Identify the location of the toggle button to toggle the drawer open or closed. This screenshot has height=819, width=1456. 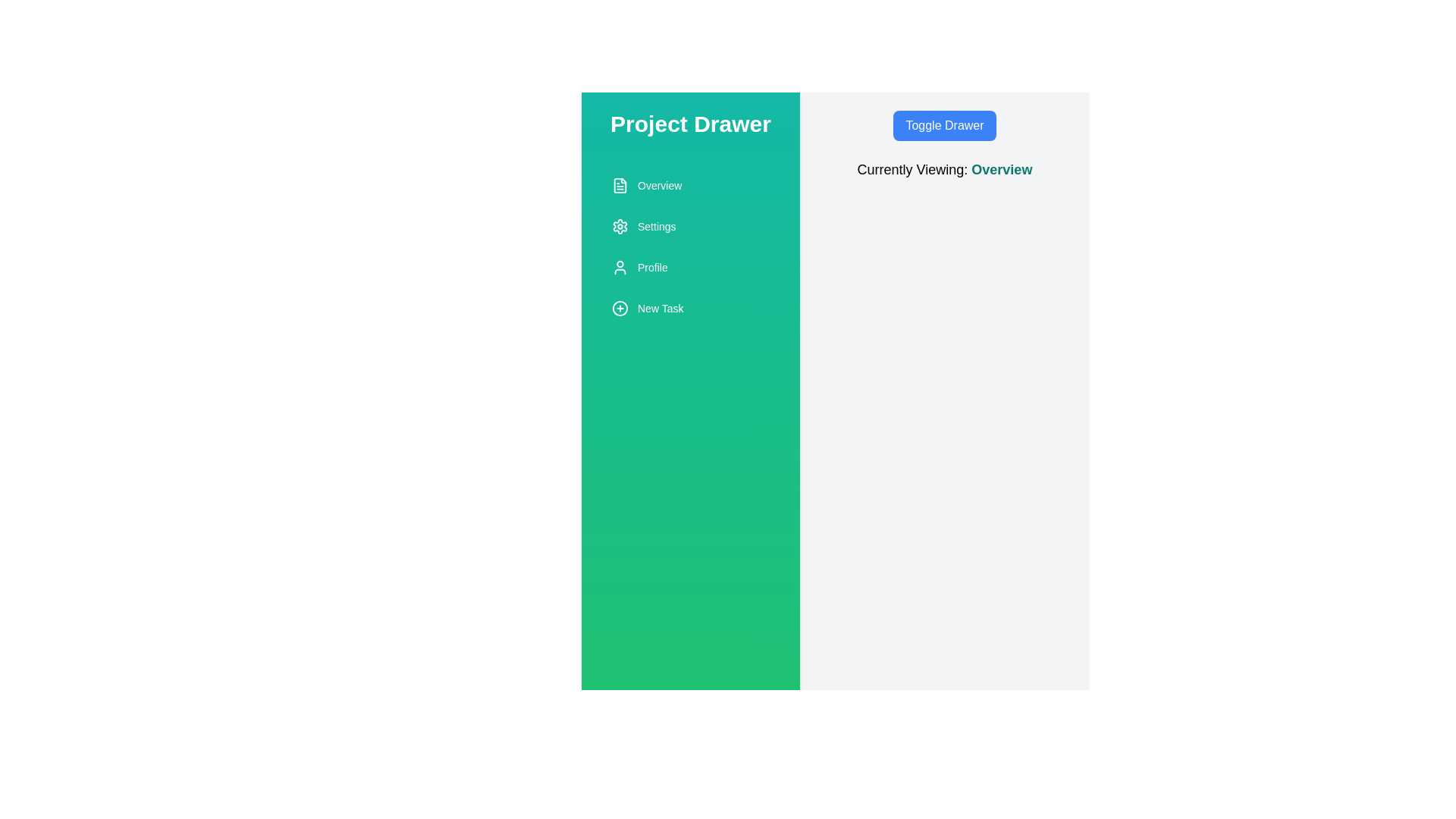
(944, 124).